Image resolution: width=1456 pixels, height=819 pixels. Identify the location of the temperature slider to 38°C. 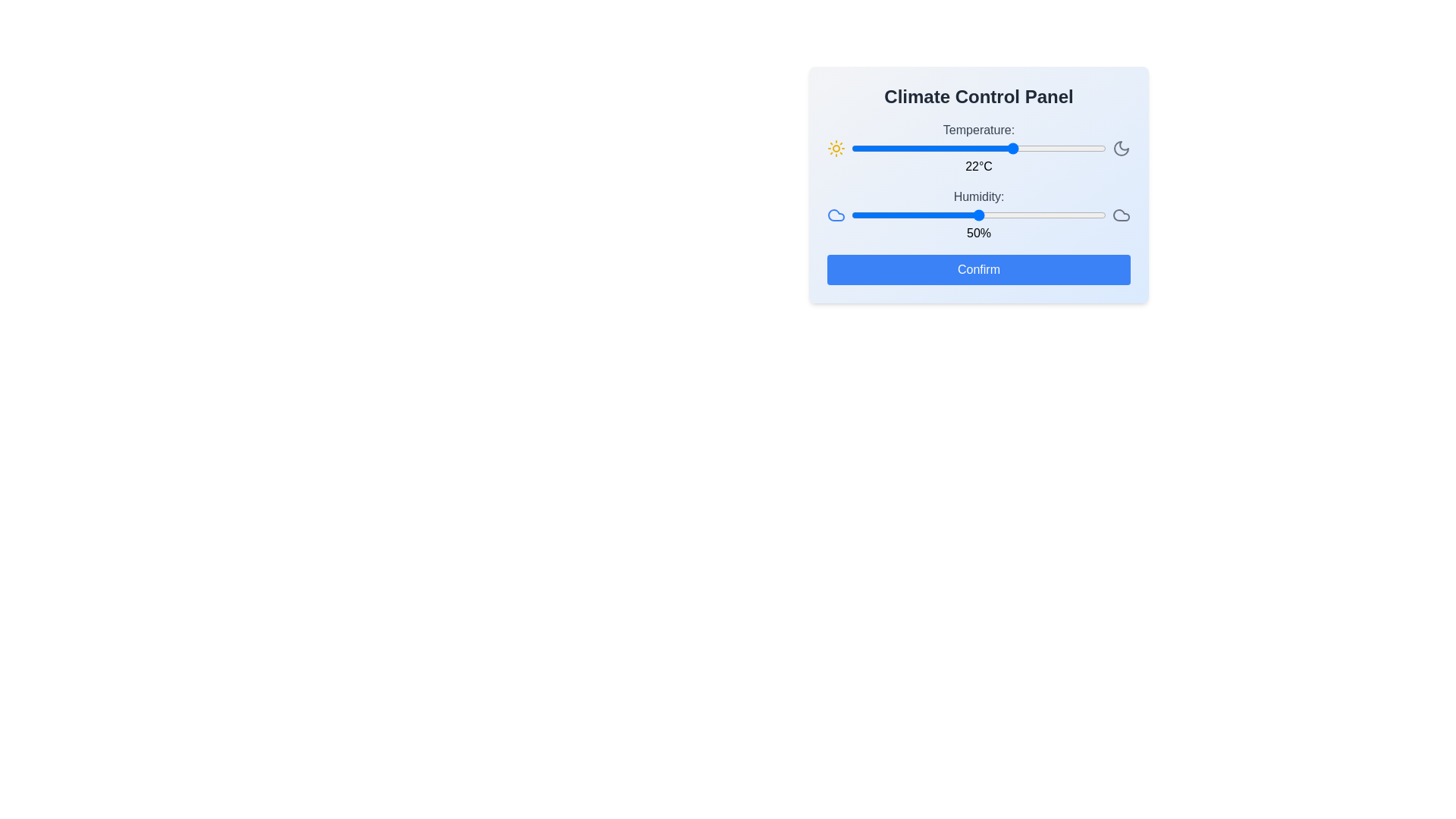
(1096, 149).